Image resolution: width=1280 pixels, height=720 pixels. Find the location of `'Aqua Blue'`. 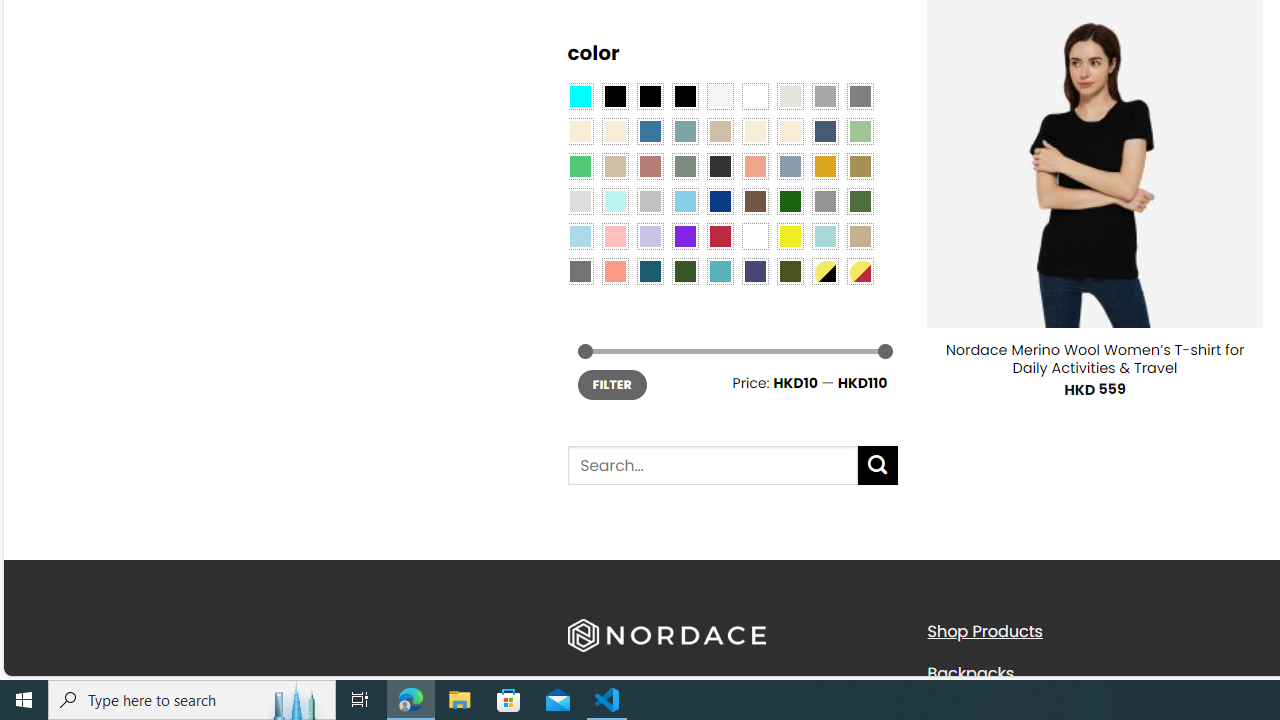

'Aqua Blue' is located at coordinates (578, 95).